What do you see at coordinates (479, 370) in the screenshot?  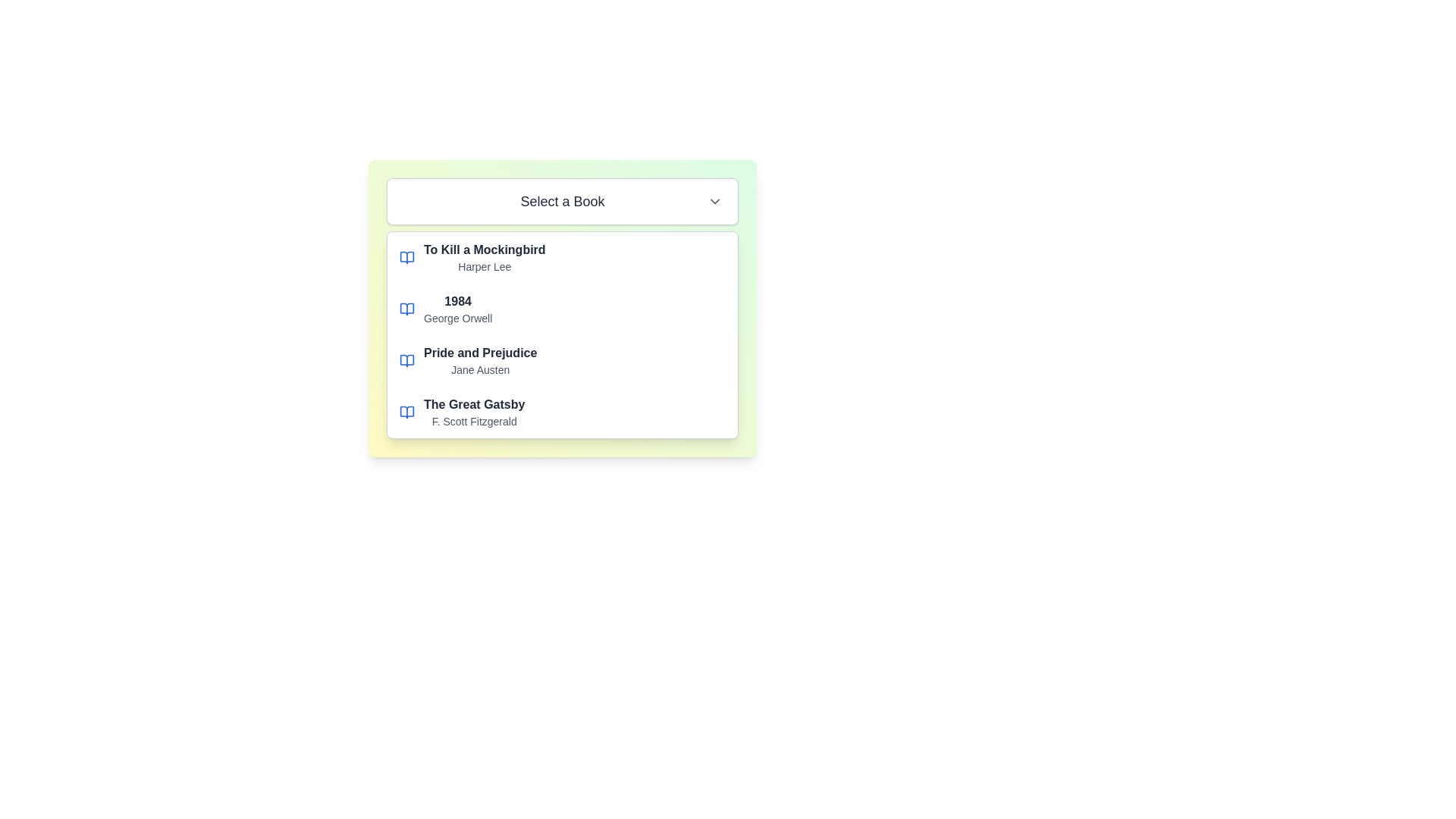 I see `the text label displaying metadata for the book 'Pride and Prejudice', which shows 'Jane Austen' in a small, gray-colored font located directly beneath the title` at bounding box center [479, 370].